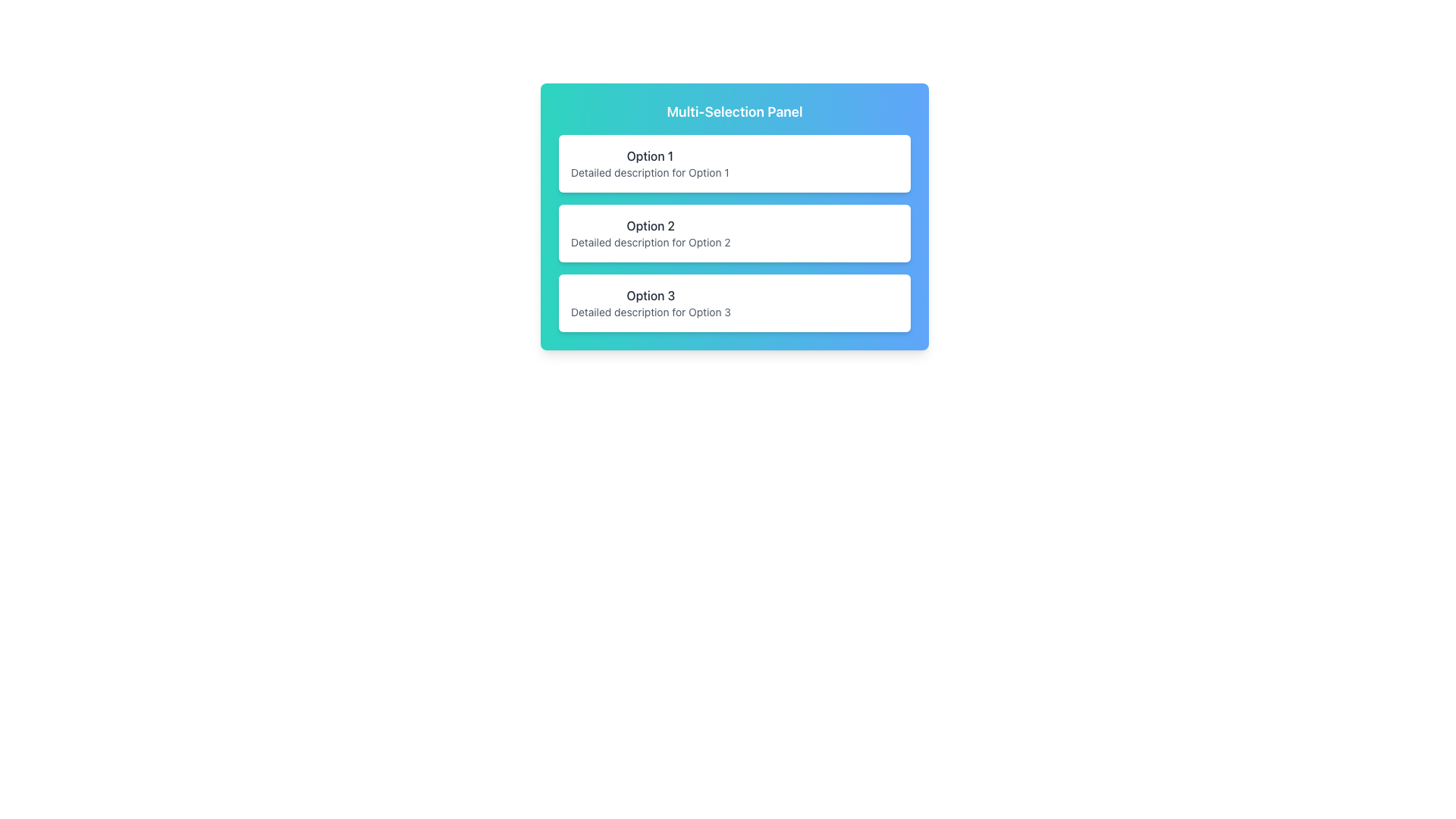 This screenshot has width=1456, height=819. I want to click on the text label 'Option 3' which is styled in a medium font weight and located in the bottommost panel of a vertically stacked list of three options, directly above the text 'Detailed description for Option 3', so click(651, 295).